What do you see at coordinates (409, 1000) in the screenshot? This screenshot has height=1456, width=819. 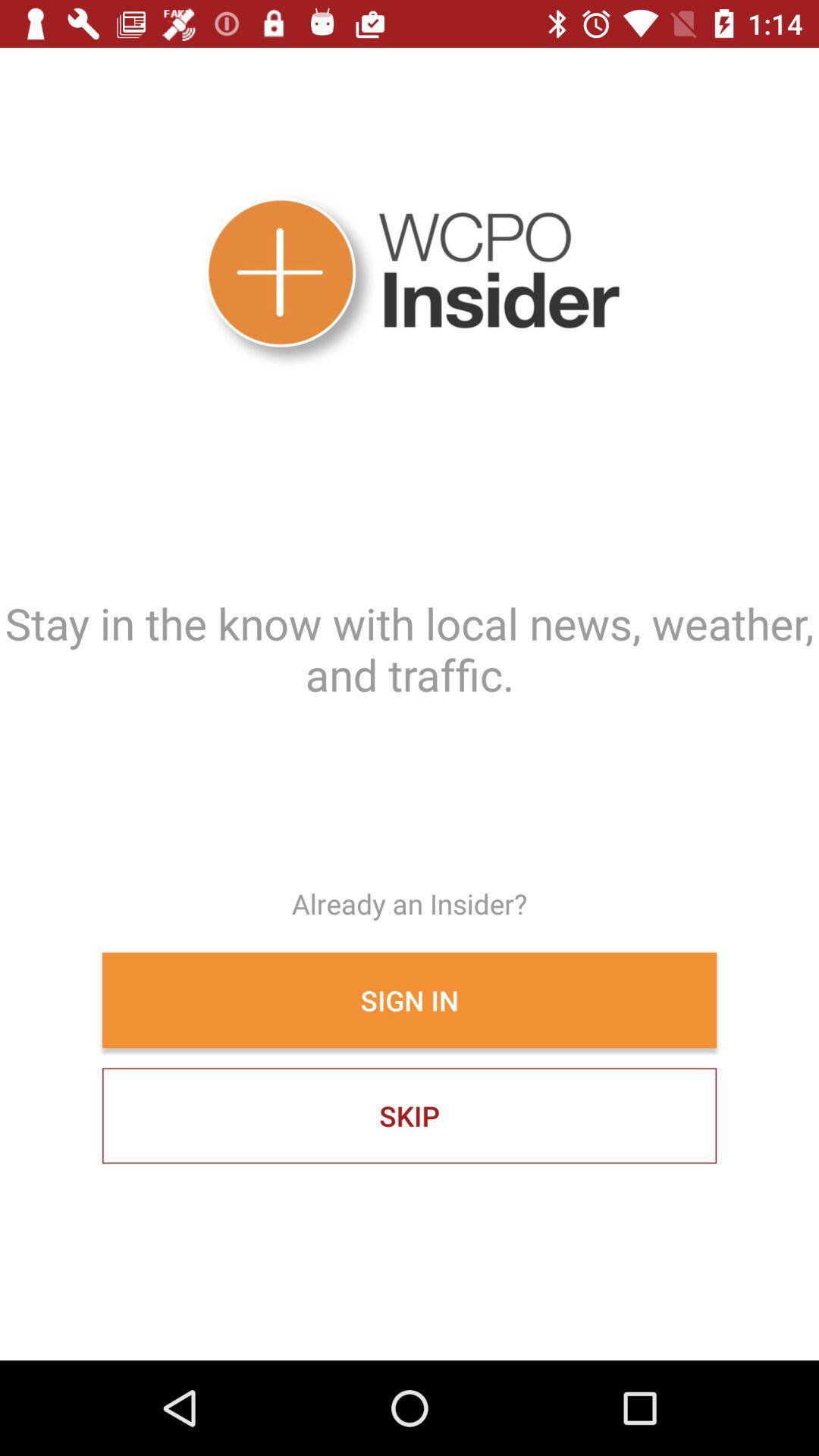 I see `item below the already an insider?` at bounding box center [409, 1000].